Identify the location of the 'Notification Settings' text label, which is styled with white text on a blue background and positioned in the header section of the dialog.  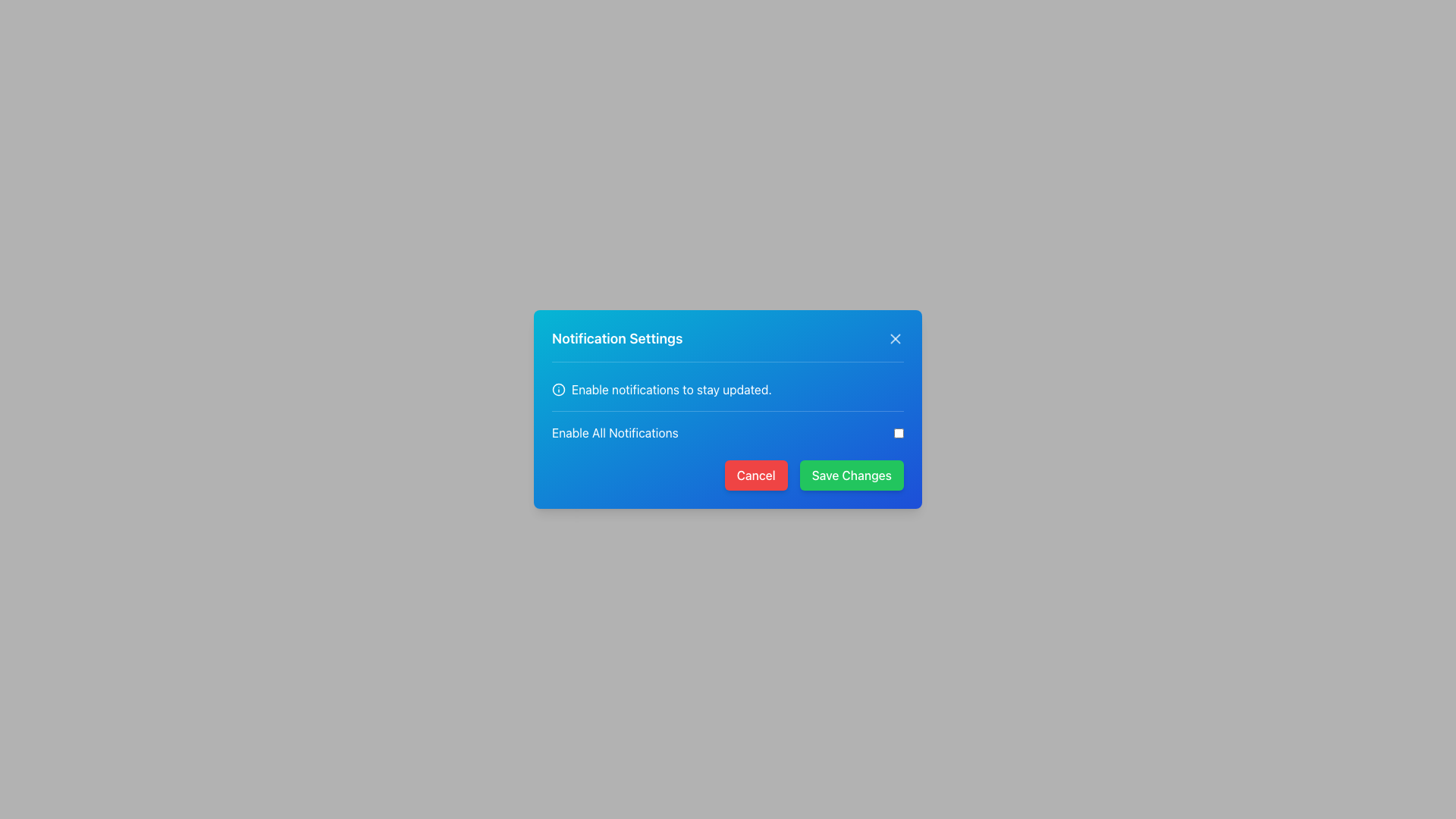
(617, 338).